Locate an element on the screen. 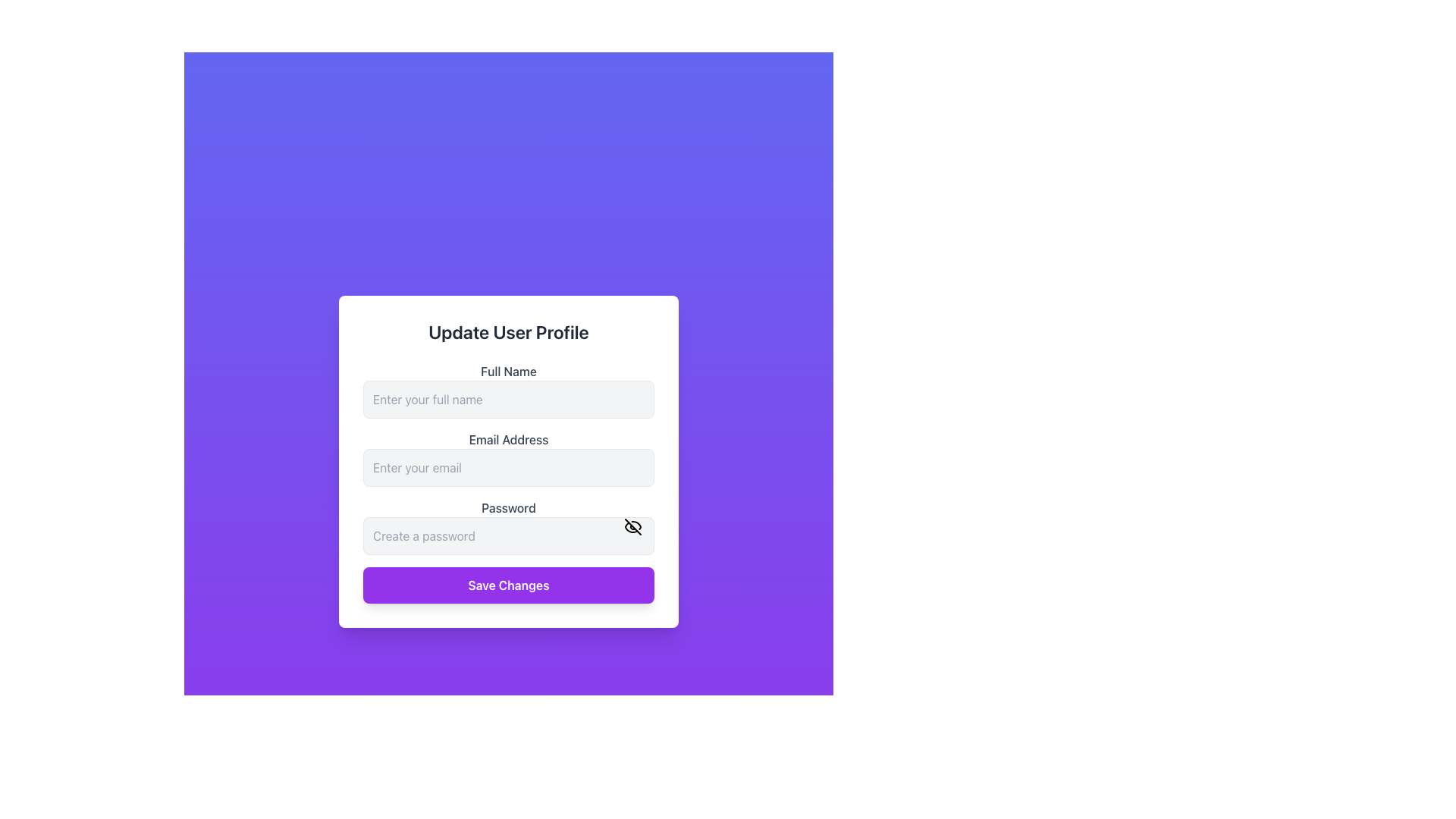 This screenshot has width=1456, height=819. the Icon button located at the right end of the 'Password' input field in the user profile update form is located at coordinates (631, 526).